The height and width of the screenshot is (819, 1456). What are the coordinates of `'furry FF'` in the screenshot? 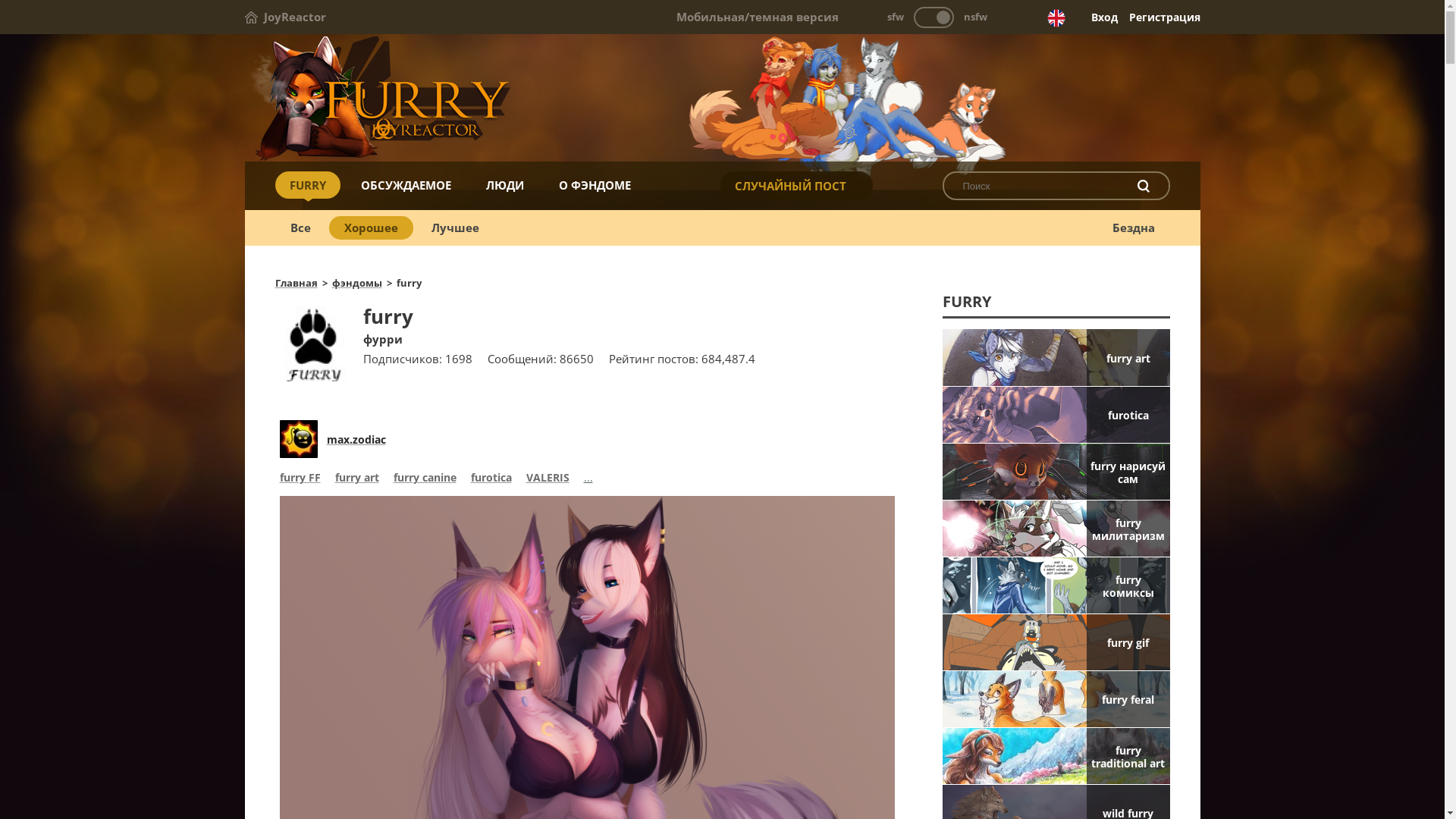 It's located at (299, 479).